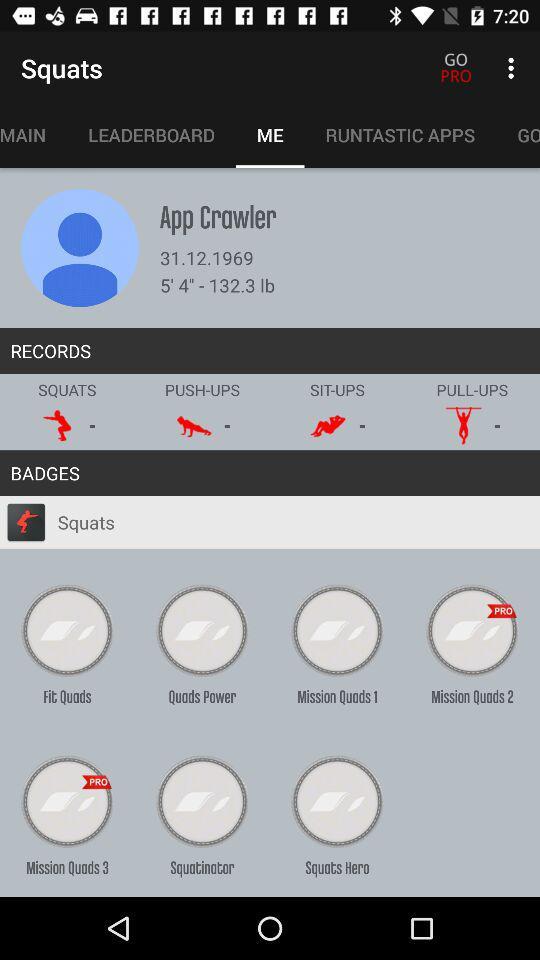  Describe the element at coordinates (32, 134) in the screenshot. I see `the item next to leaderboard icon` at that location.